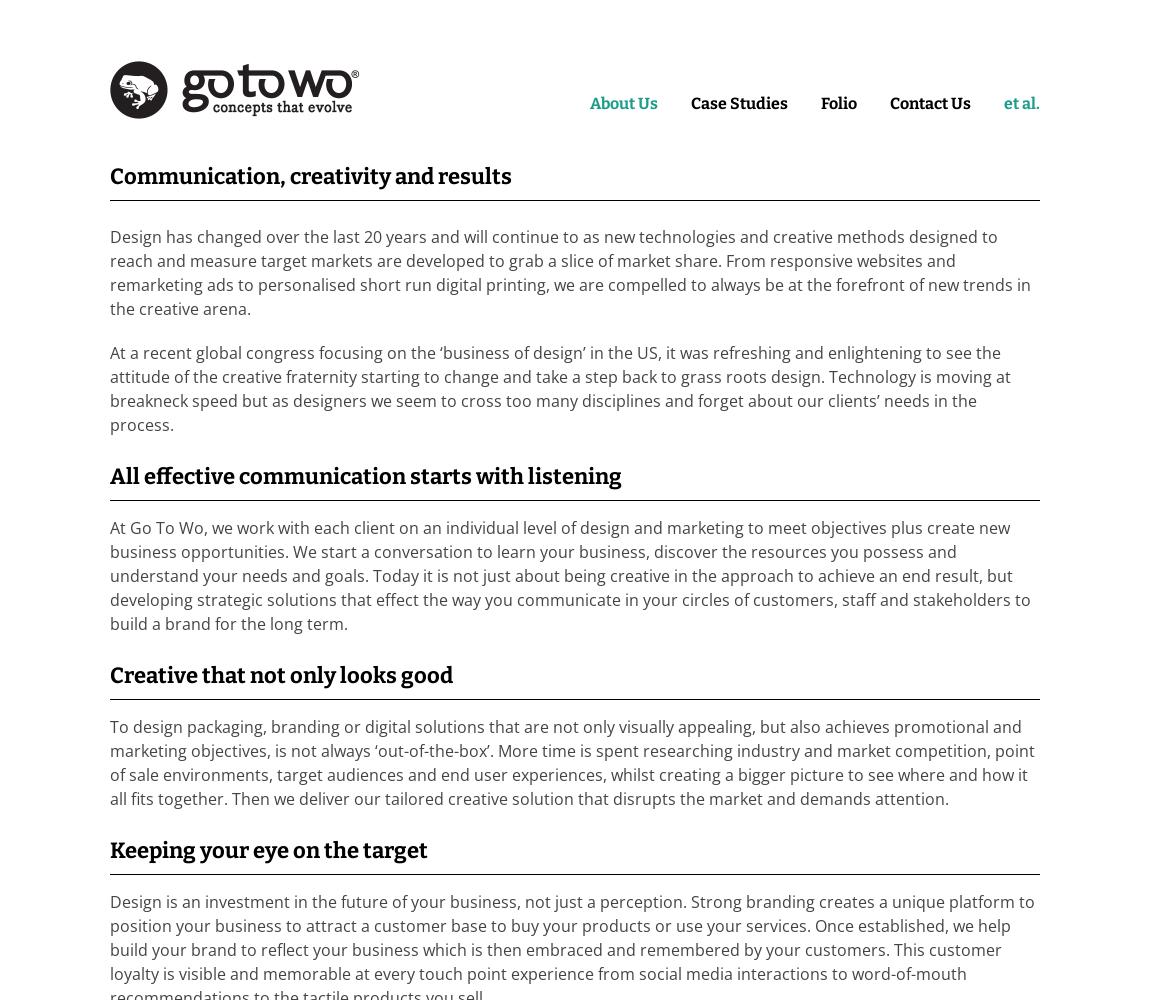 Image resolution: width=1150 pixels, height=1000 pixels. I want to click on 'To design packaging, branding or digital solutions that are not only visually appealing, but also achieves promotional and marketing objectives, is not always ‘out-of-the-box’. More time is spent researching industry and market competition, point of sale environments, target audiences and end user experiences, whilst creating a bigger picture to see where and how it all fits together. Then we deliver our tailored creative solution that disrupts the market and demands attention.', so click(572, 763).